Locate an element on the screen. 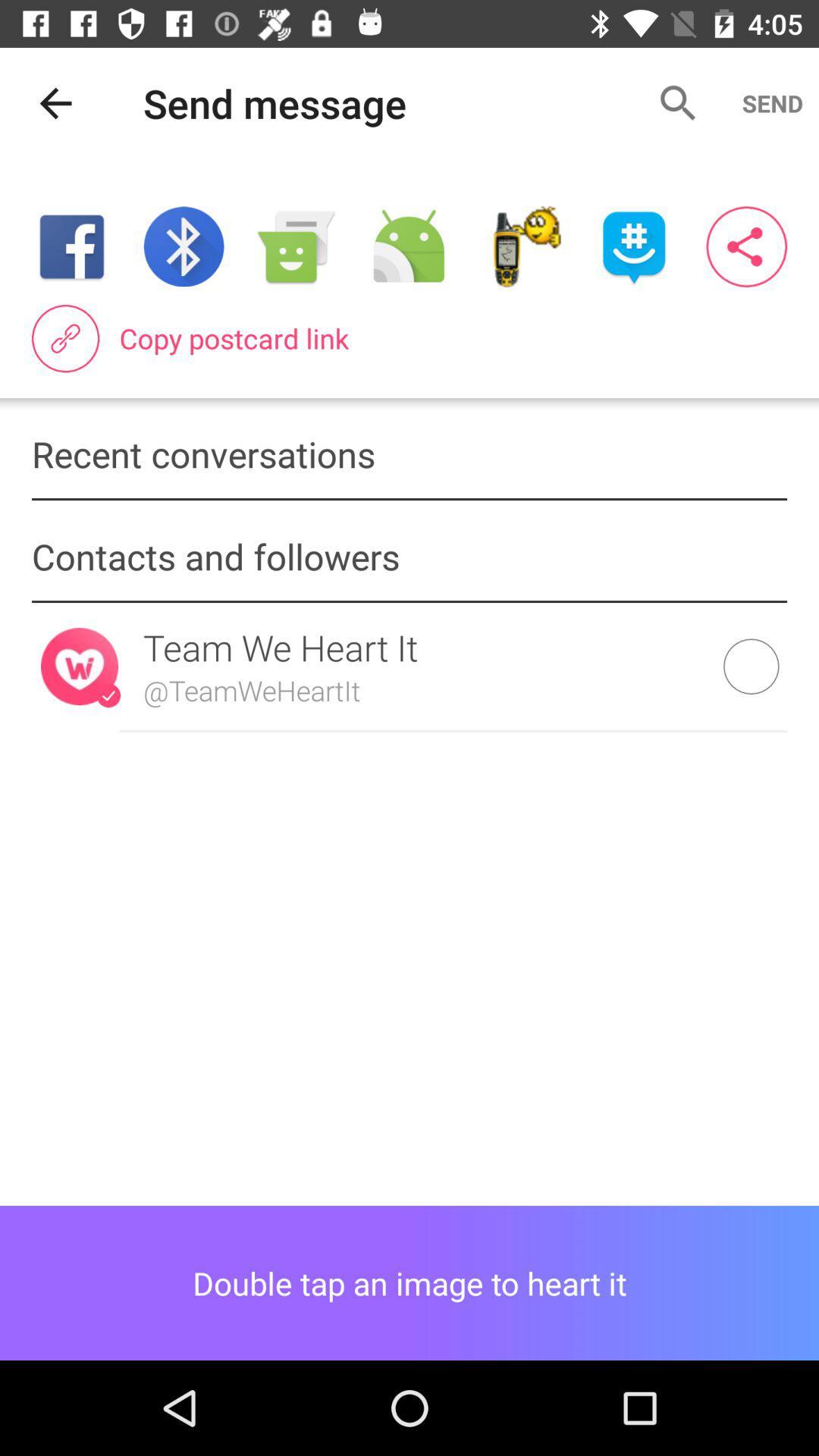 This screenshot has width=819, height=1456. the icon above copy postcard link icon is located at coordinates (183, 246).